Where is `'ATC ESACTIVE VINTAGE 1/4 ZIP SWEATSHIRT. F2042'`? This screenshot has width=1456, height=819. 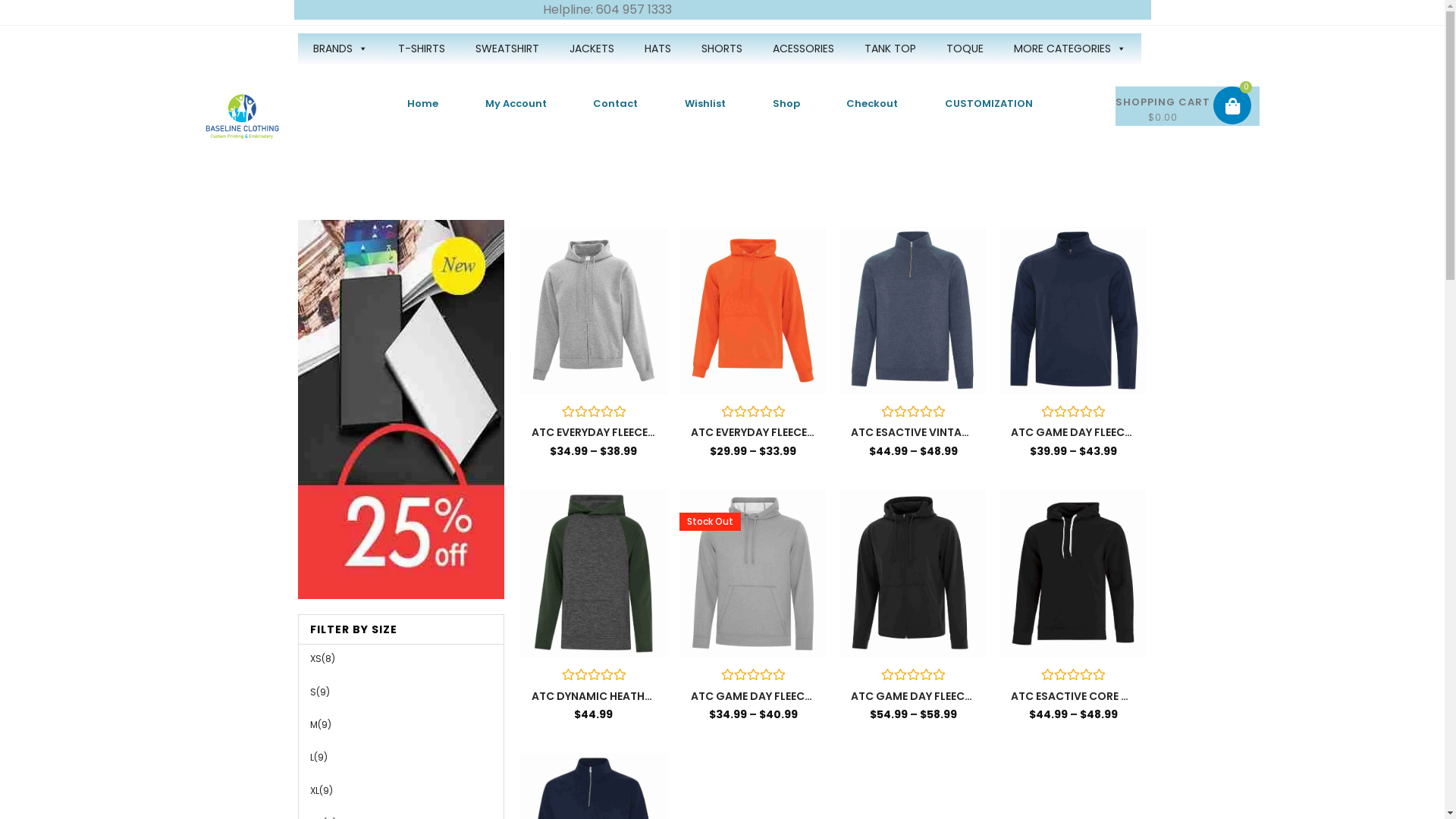
'ATC ESACTIVE VINTAGE 1/4 ZIP SWEATSHIRT. F2042' is located at coordinates (912, 432).